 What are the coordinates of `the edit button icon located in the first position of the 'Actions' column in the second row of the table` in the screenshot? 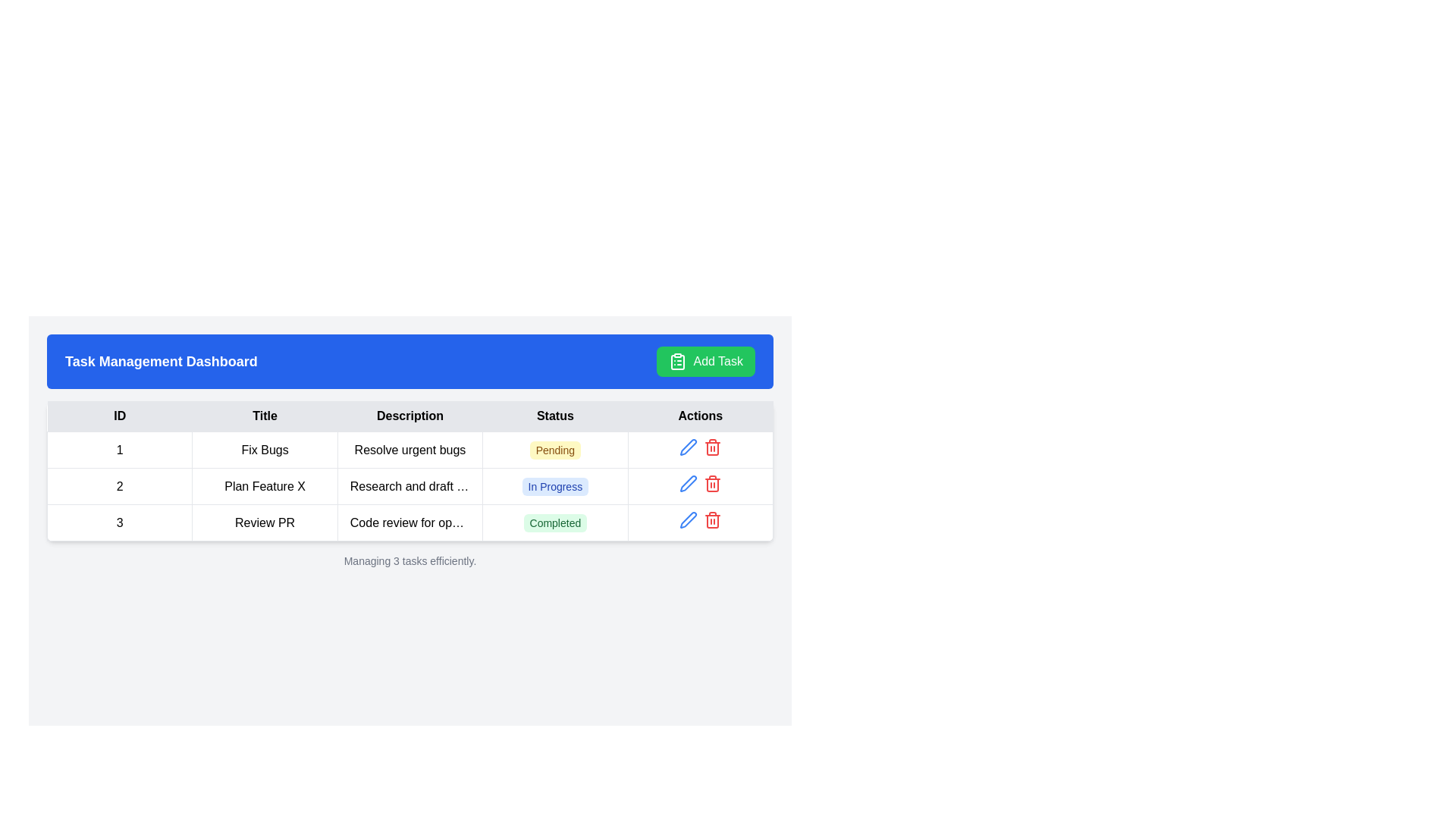 It's located at (687, 519).